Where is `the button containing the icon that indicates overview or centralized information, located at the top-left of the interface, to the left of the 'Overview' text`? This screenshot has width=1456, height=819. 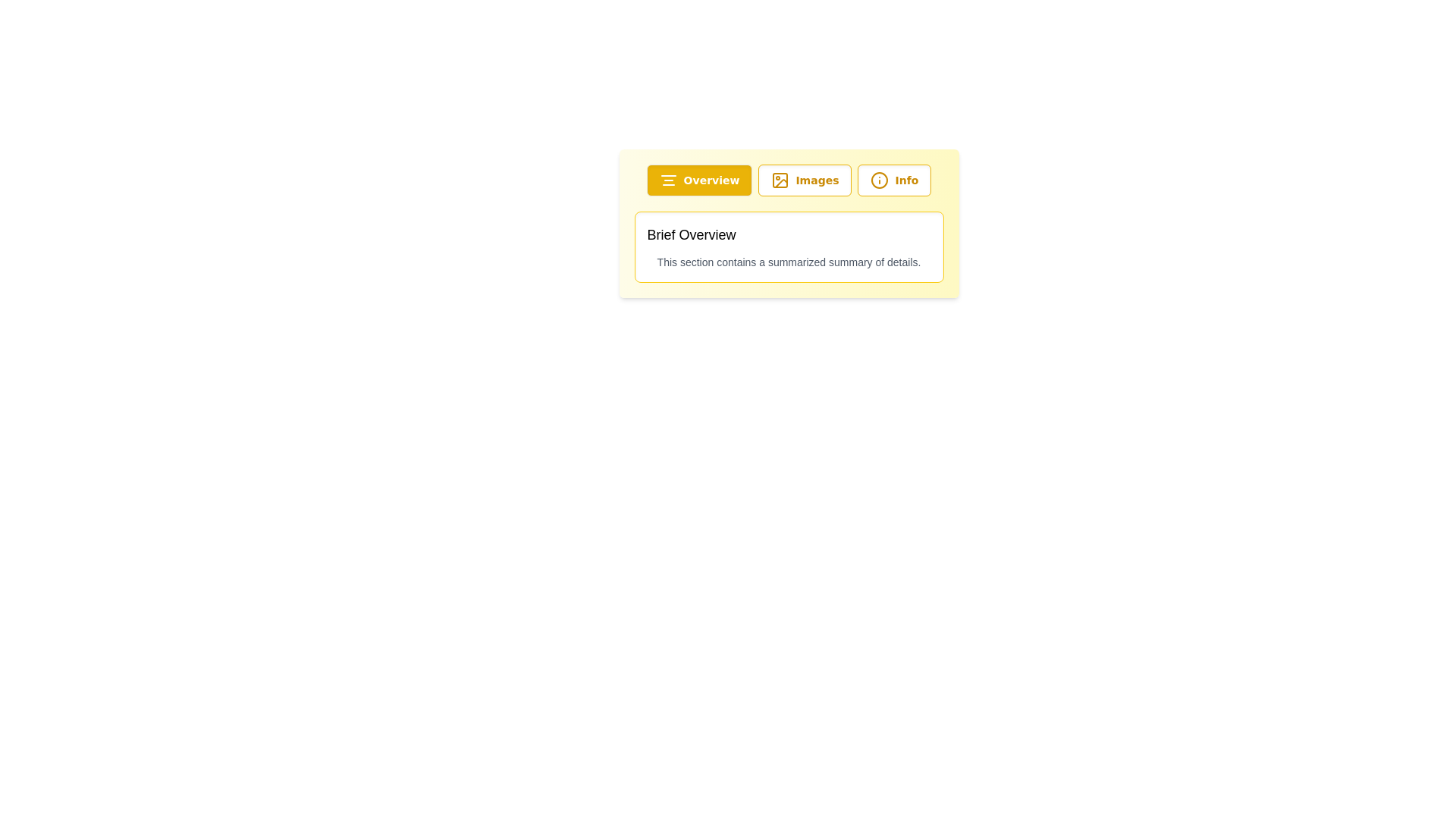 the button containing the icon that indicates overview or centralized information, located at the top-left of the interface, to the left of the 'Overview' text is located at coordinates (667, 180).